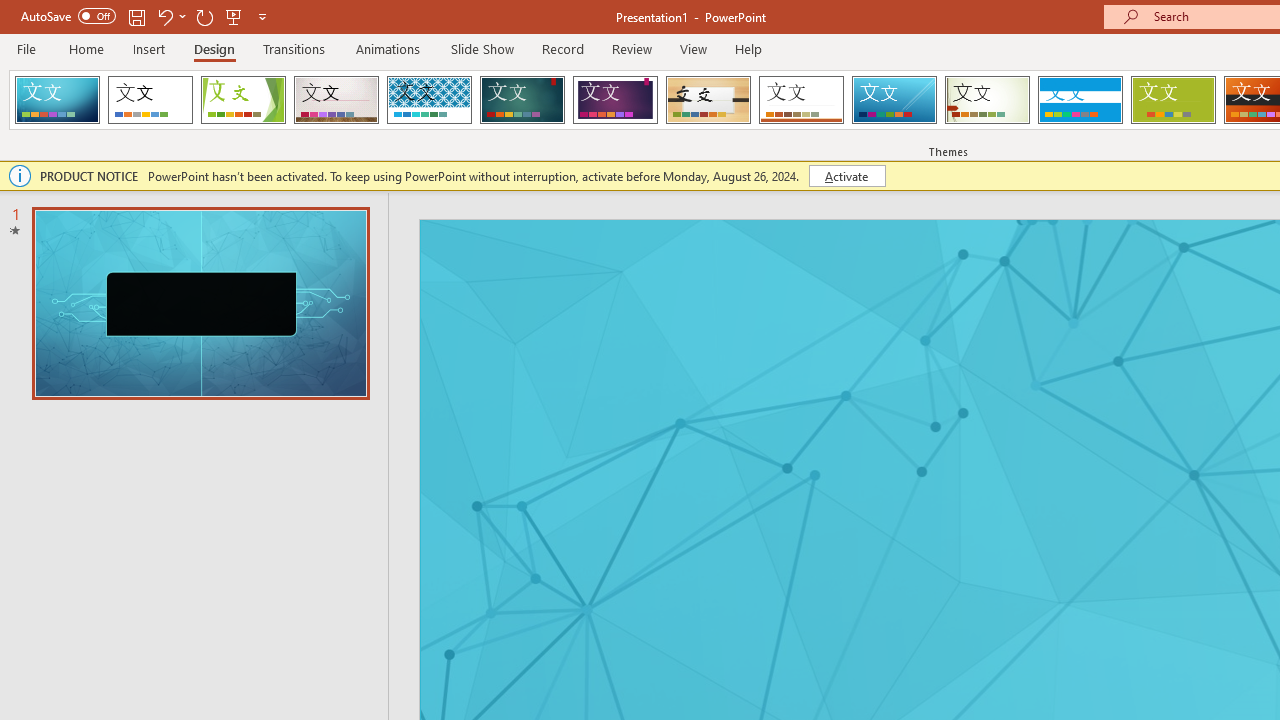 This screenshot has width=1280, height=720. I want to click on 'Facet', so click(242, 100).